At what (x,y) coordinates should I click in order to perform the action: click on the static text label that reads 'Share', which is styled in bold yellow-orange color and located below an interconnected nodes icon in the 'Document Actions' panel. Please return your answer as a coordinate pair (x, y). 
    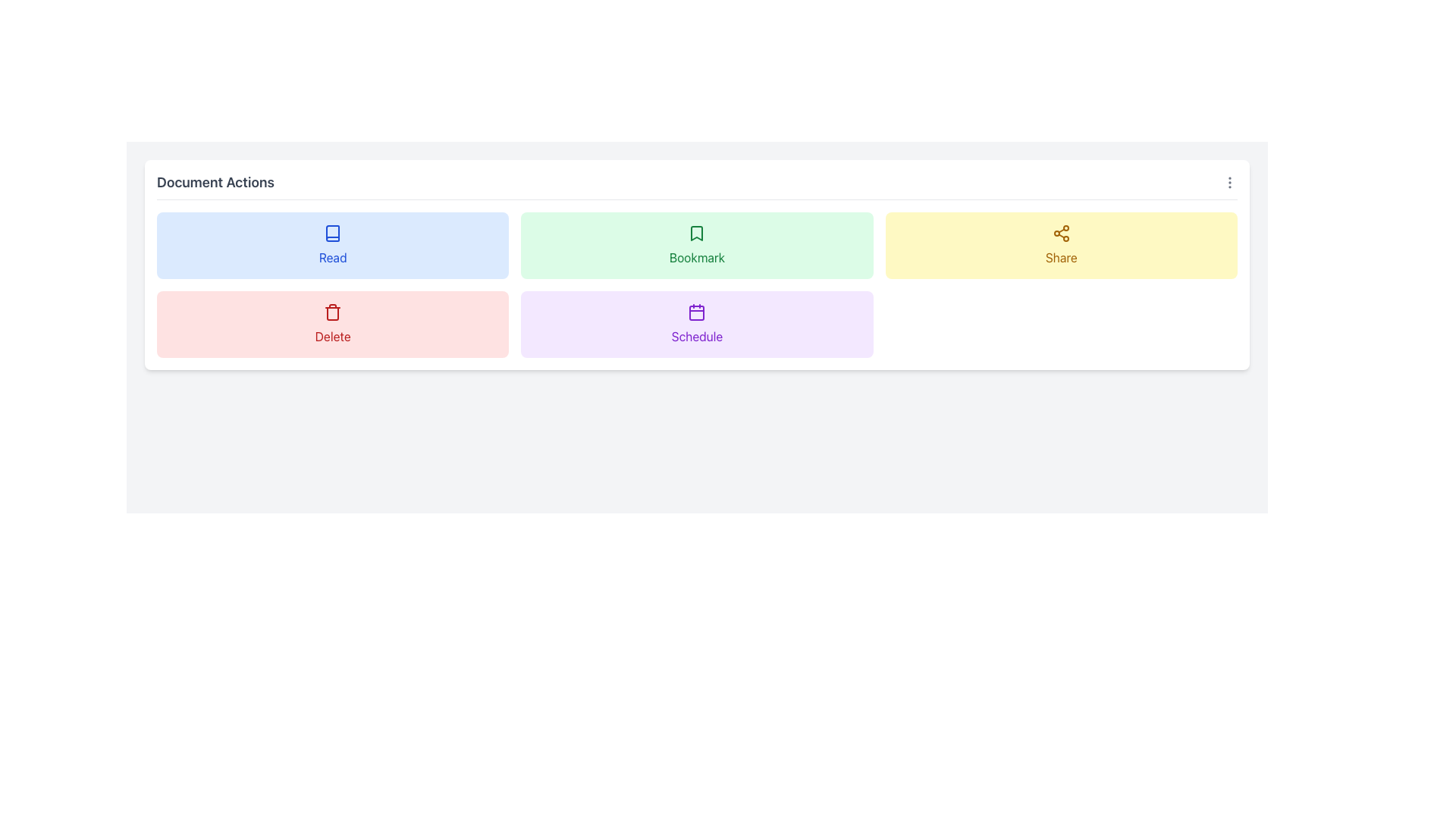
    Looking at the image, I should click on (1060, 256).